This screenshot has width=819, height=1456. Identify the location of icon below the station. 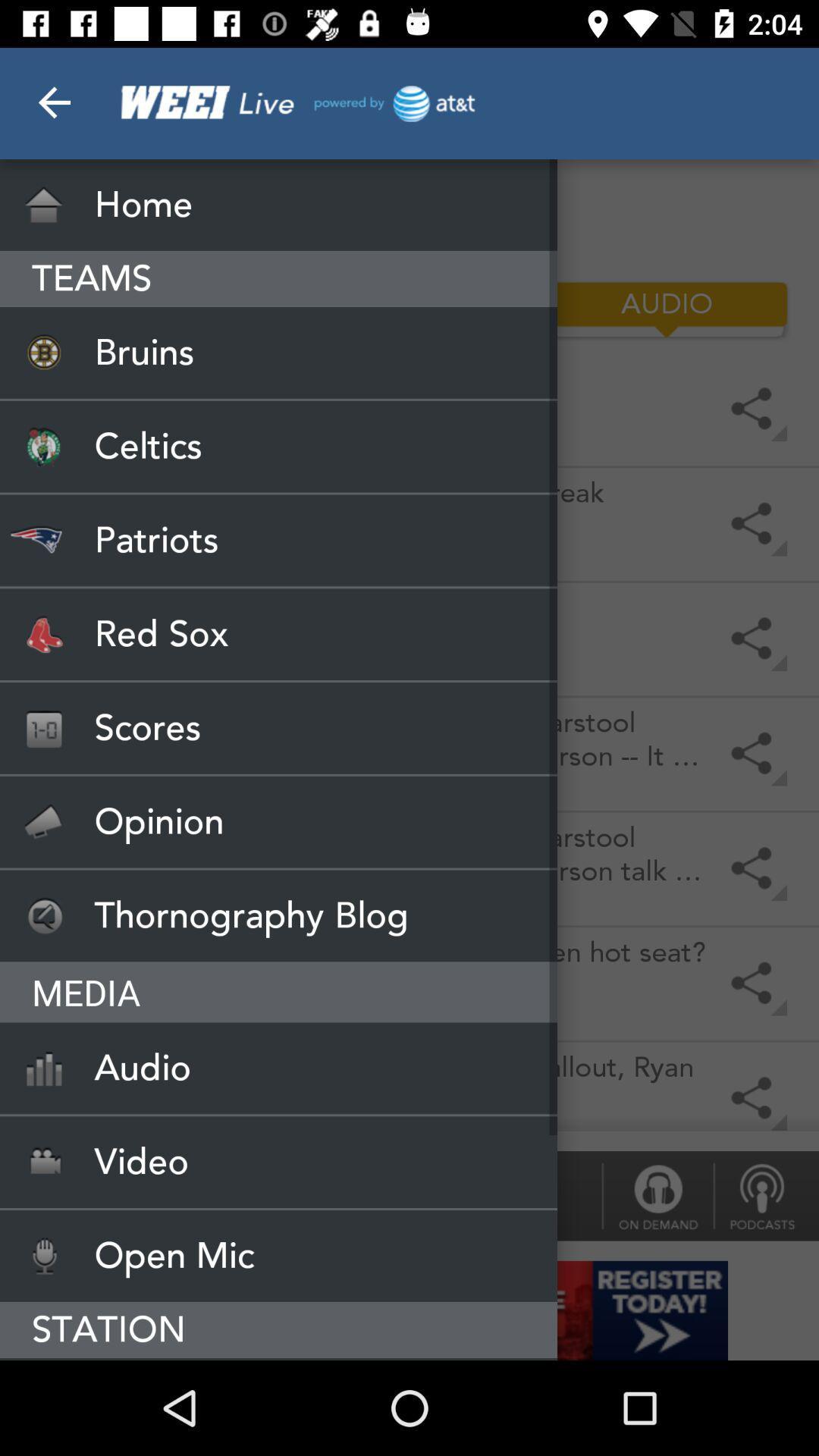
(278, 1359).